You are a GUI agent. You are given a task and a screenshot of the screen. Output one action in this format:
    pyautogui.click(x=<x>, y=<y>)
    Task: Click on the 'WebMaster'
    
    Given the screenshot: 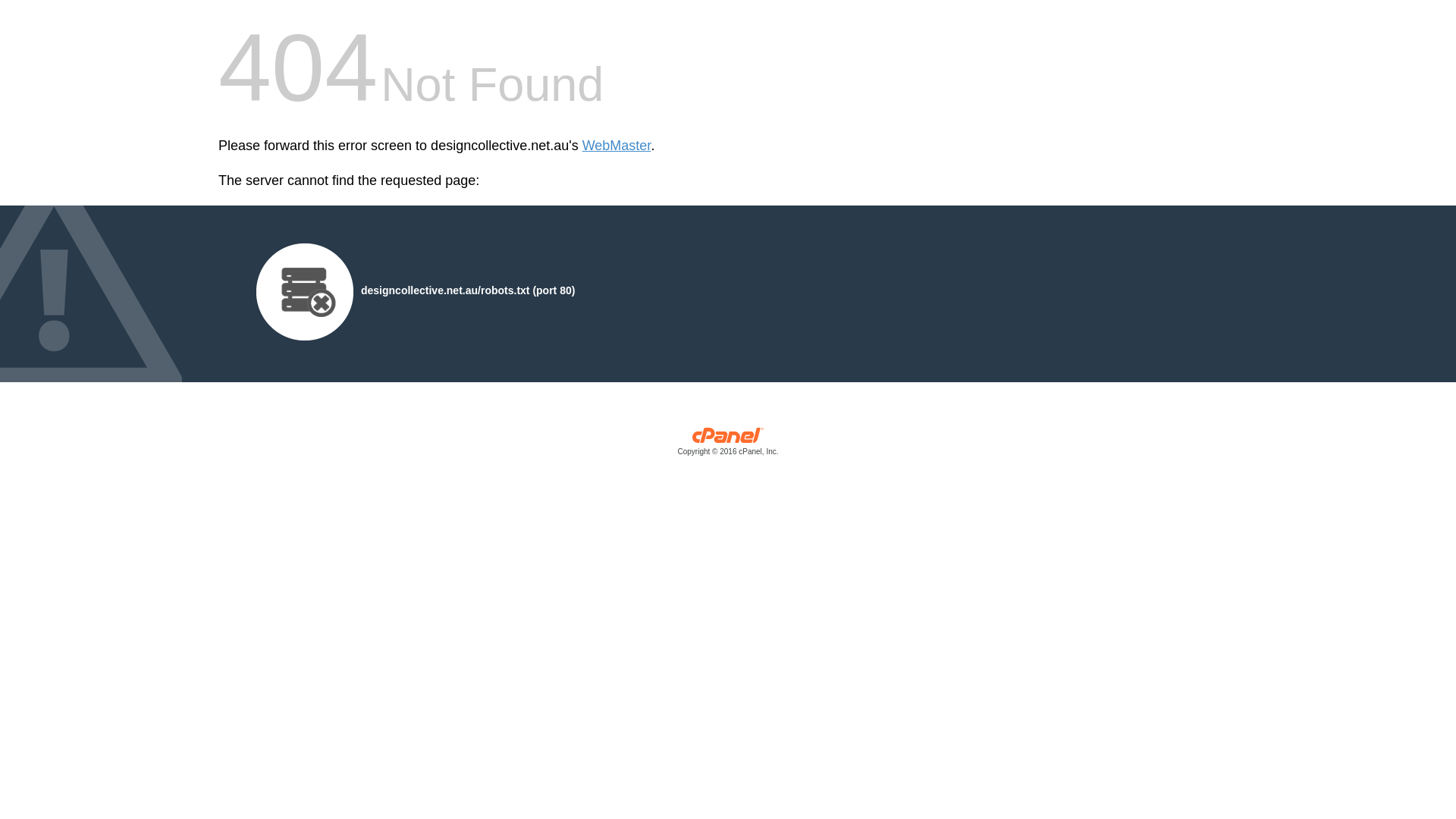 What is the action you would take?
    pyautogui.click(x=617, y=146)
    